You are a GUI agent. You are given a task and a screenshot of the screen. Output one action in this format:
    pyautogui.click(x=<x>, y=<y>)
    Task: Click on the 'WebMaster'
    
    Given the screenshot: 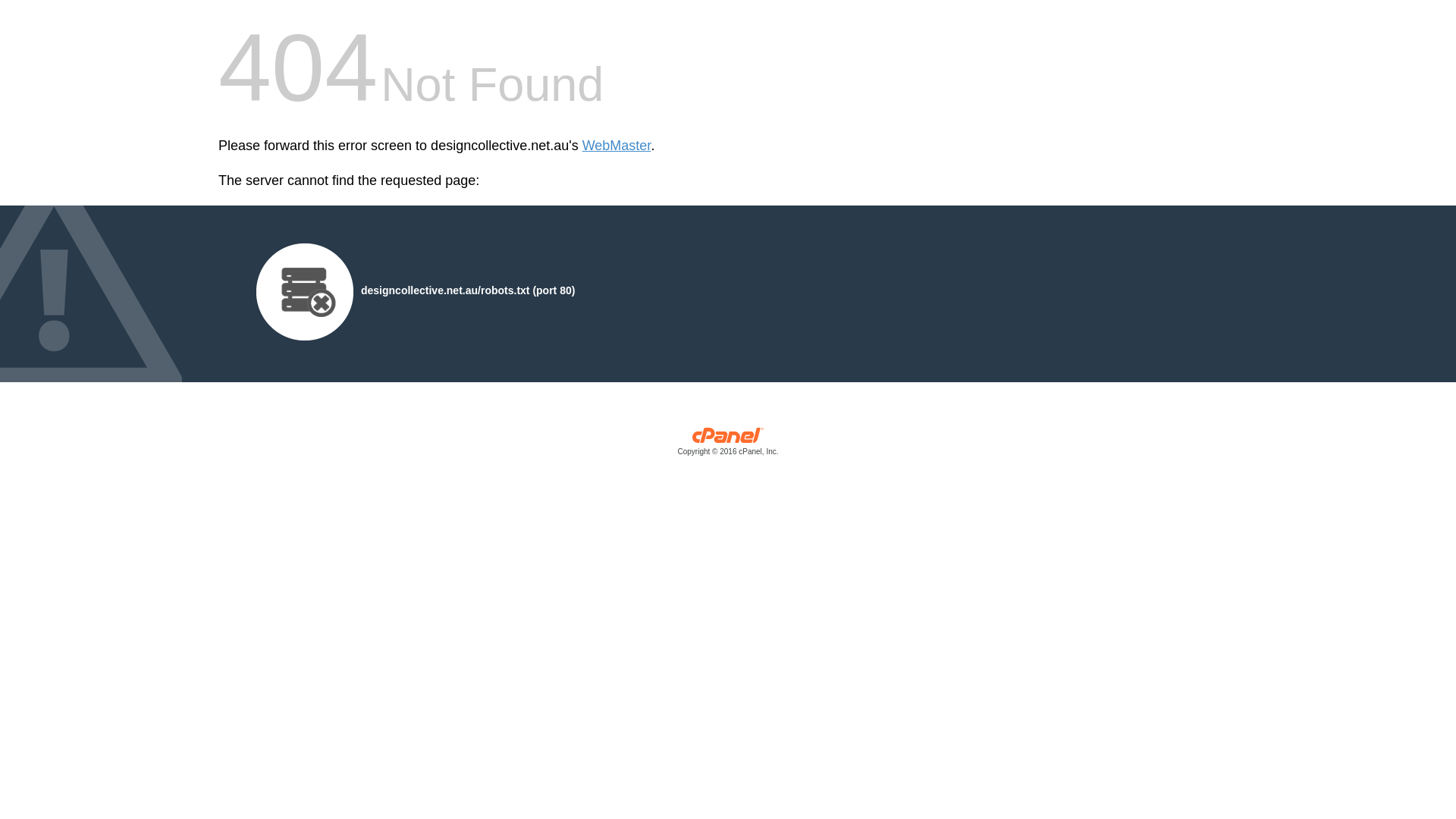 What is the action you would take?
    pyautogui.click(x=617, y=146)
    